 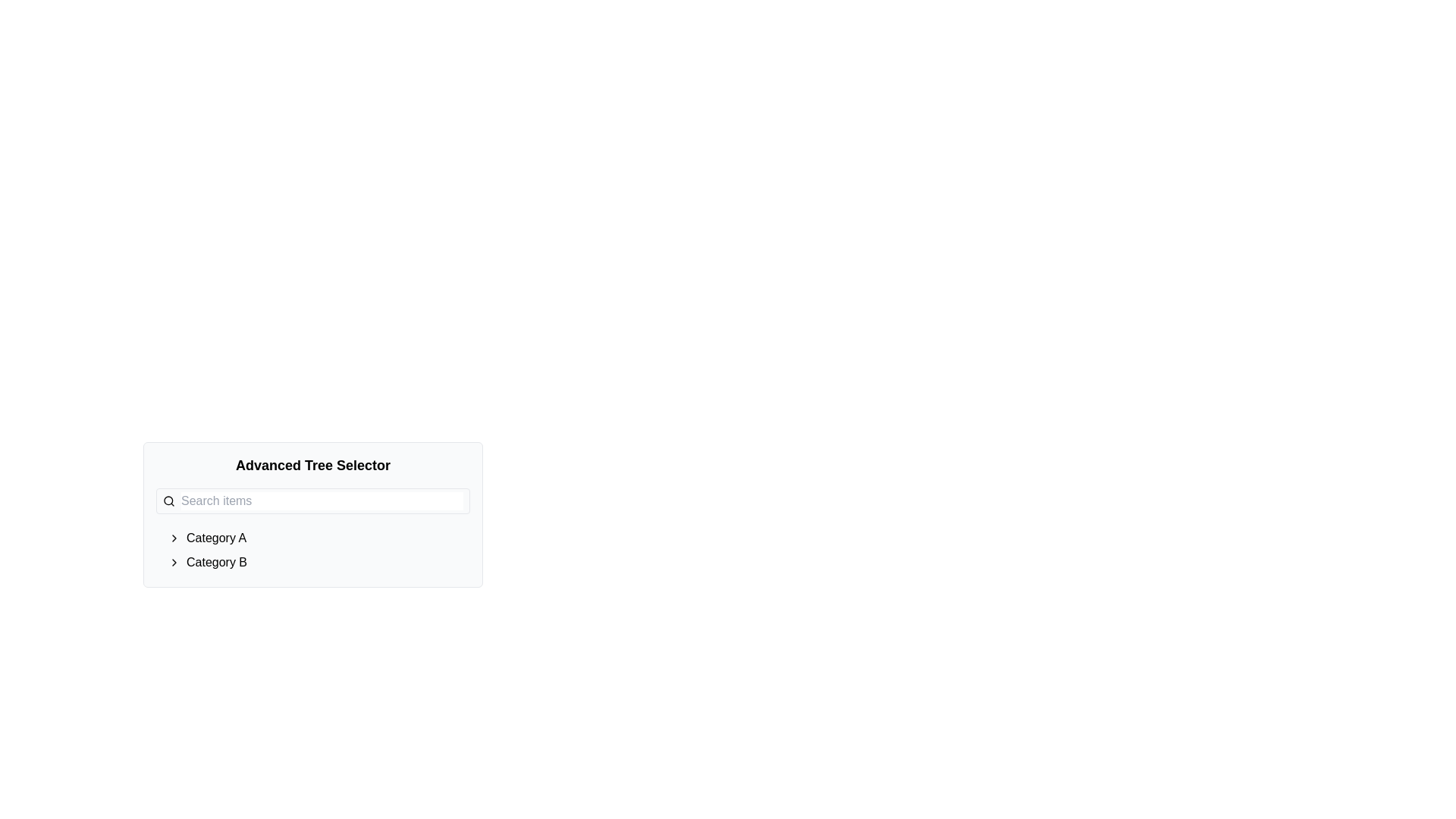 What do you see at coordinates (174, 537) in the screenshot?
I see `the right-pointing chevron icon located to the left of 'Category A'` at bounding box center [174, 537].